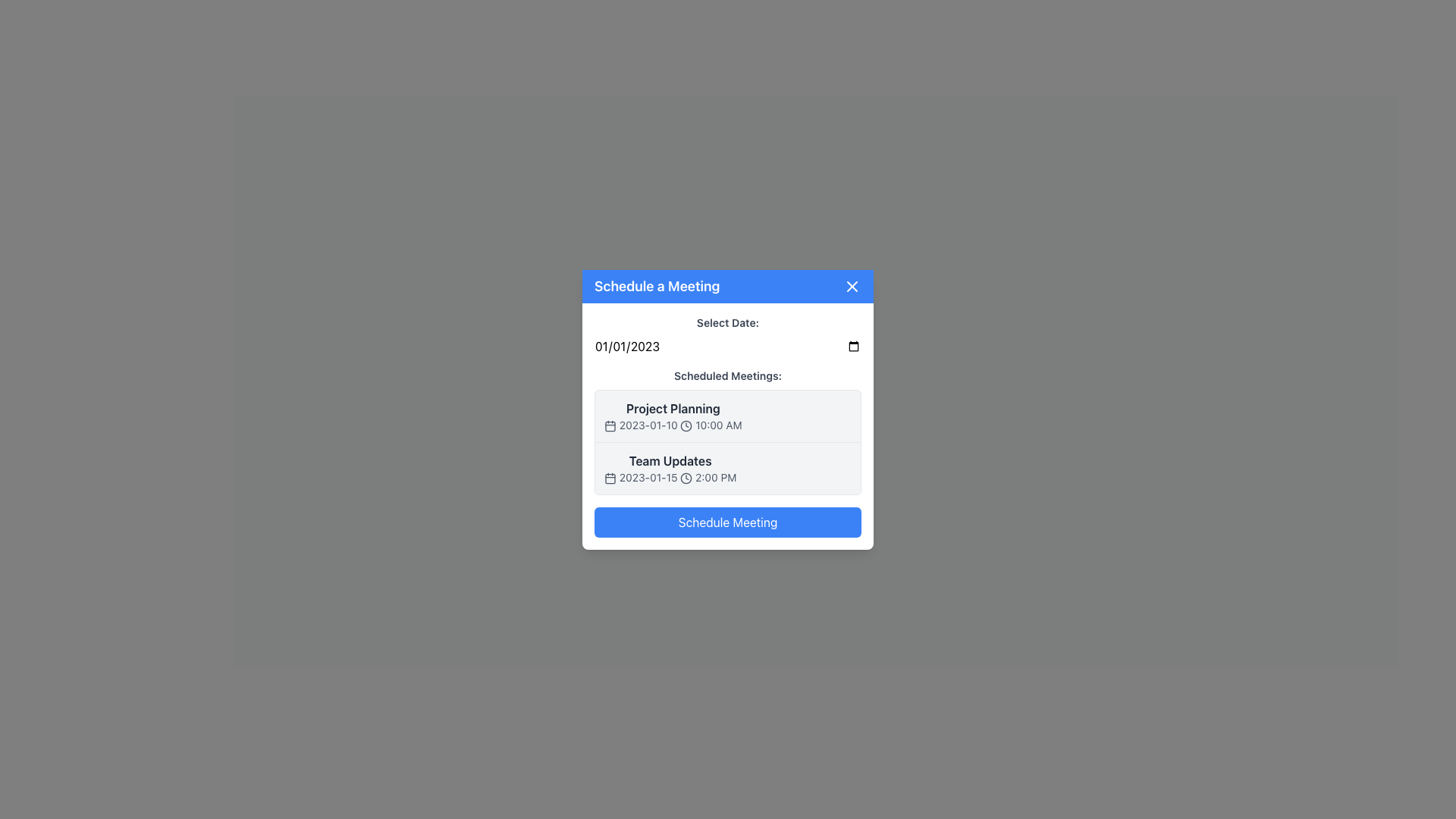 This screenshot has width=1456, height=819. Describe the element at coordinates (672, 416) in the screenshot. I see `the first entry in the 'Scheduled Meetings' section that displays the meeting details including 'Project Planning' within the modal dialog titled 'Schedule a Meeting'` at that location.